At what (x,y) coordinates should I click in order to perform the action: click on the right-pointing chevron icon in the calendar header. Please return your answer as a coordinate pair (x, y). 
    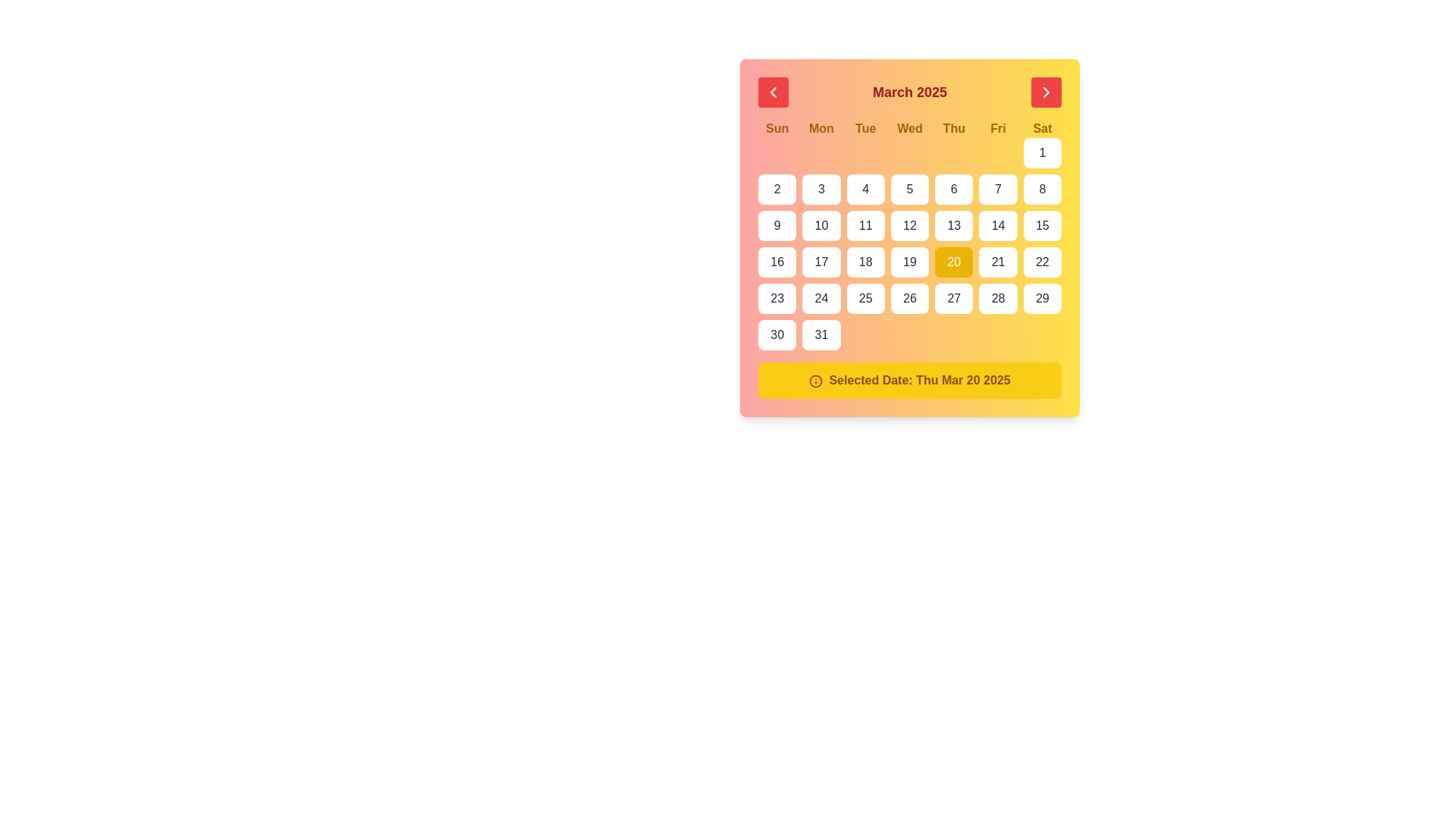
    Looking at the image, I should click on (1046, 93).